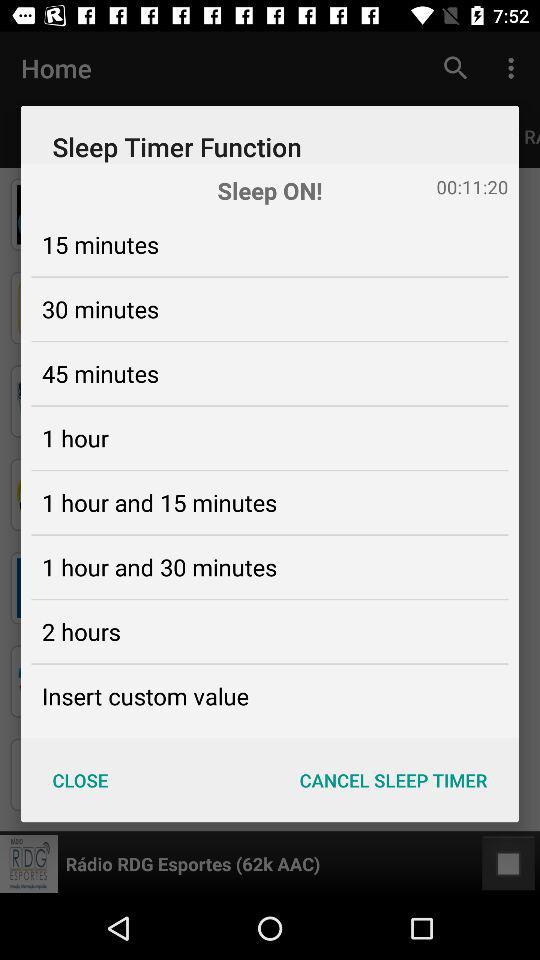  I want to click on item below the 2 hours item, so click(144, 696).